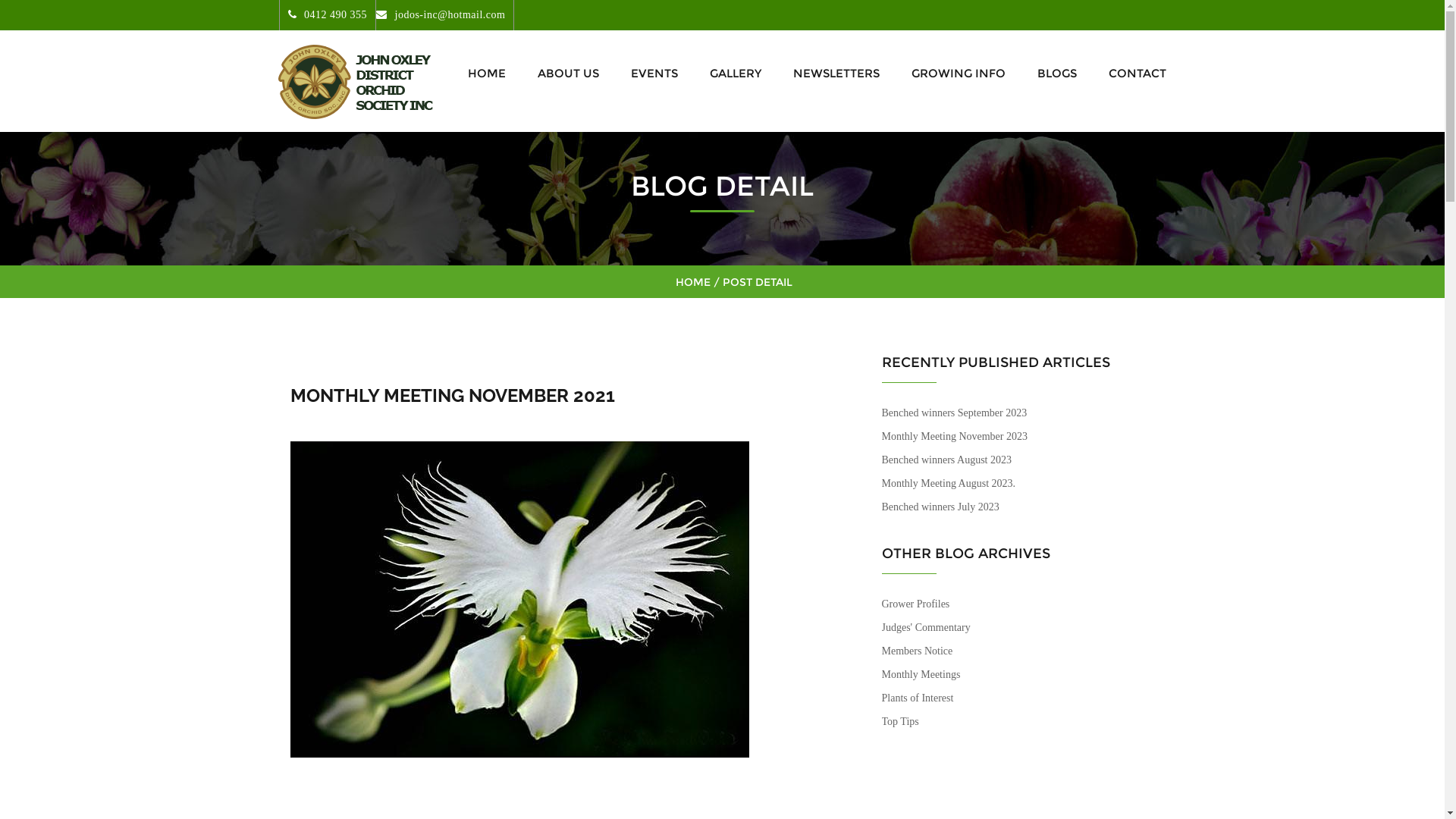 This screenshot has width=1456, height=819. Describe the element at coordinates (880, 698) in the screenshot. I see `'Plants of Interest'` at that location.